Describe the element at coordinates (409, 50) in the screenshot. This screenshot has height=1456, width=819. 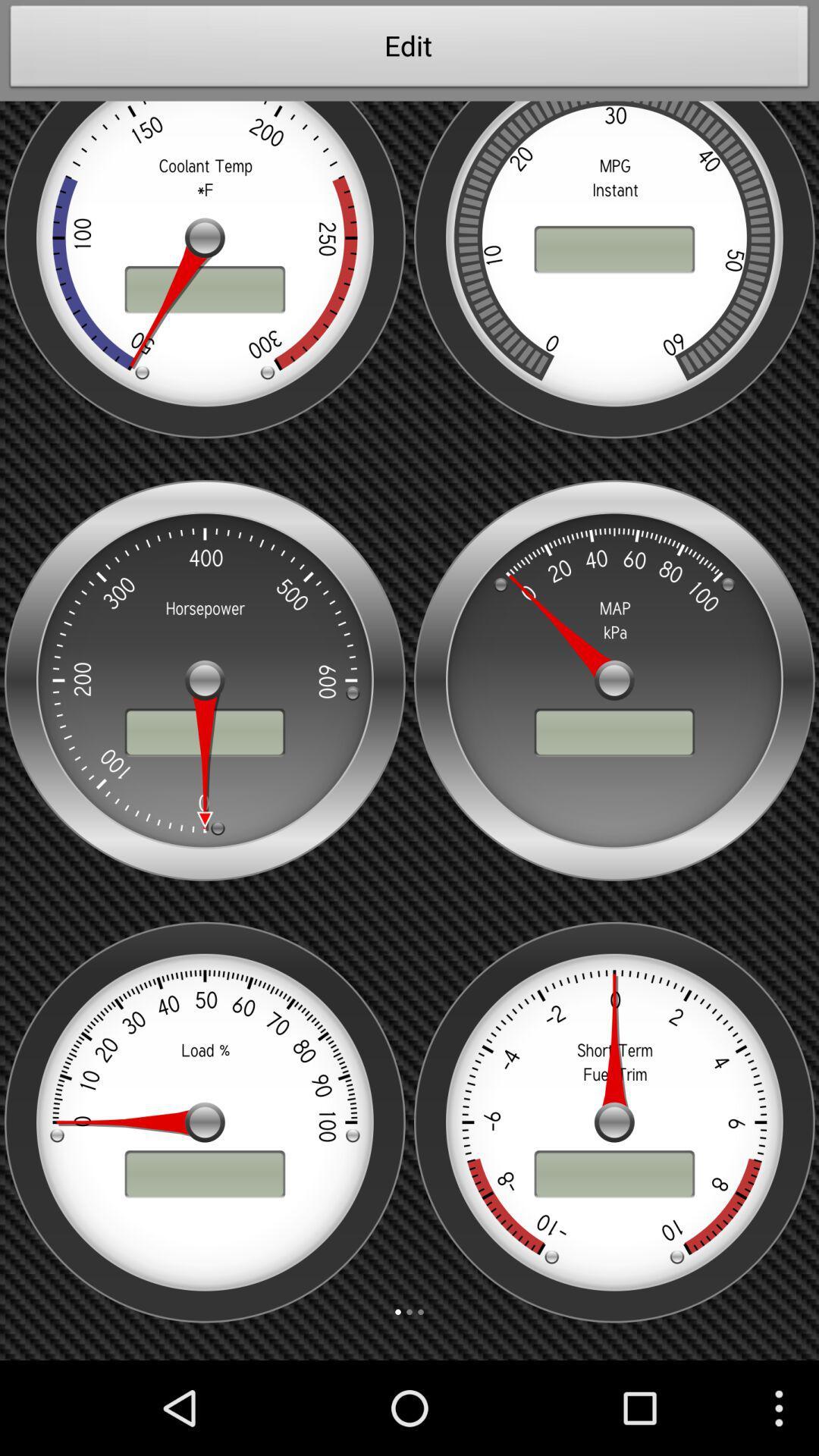
I see `icon at the top` at that location.